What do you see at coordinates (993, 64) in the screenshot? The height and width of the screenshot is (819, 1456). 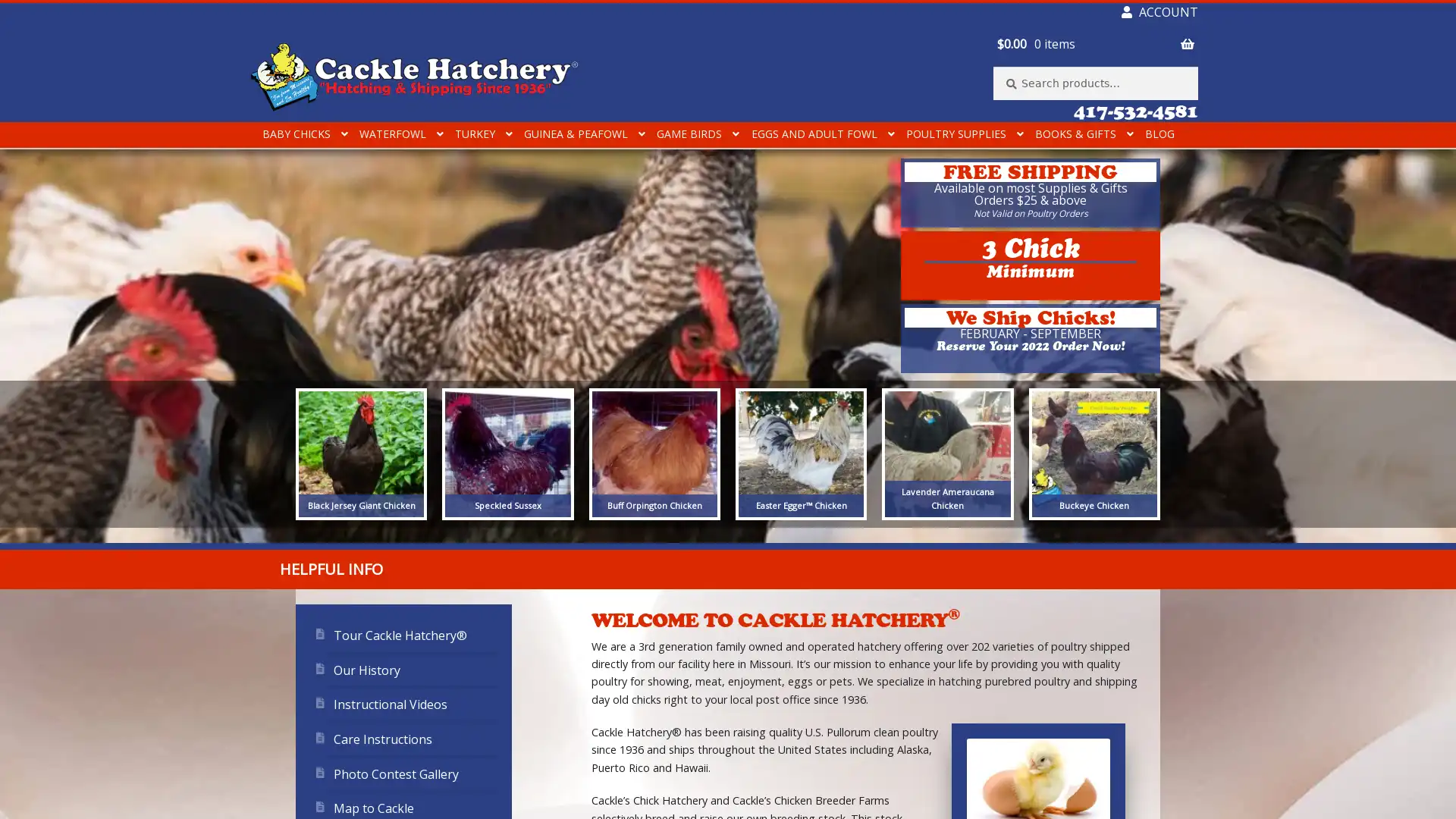 I see `Search` at bounding box center [993, 64].